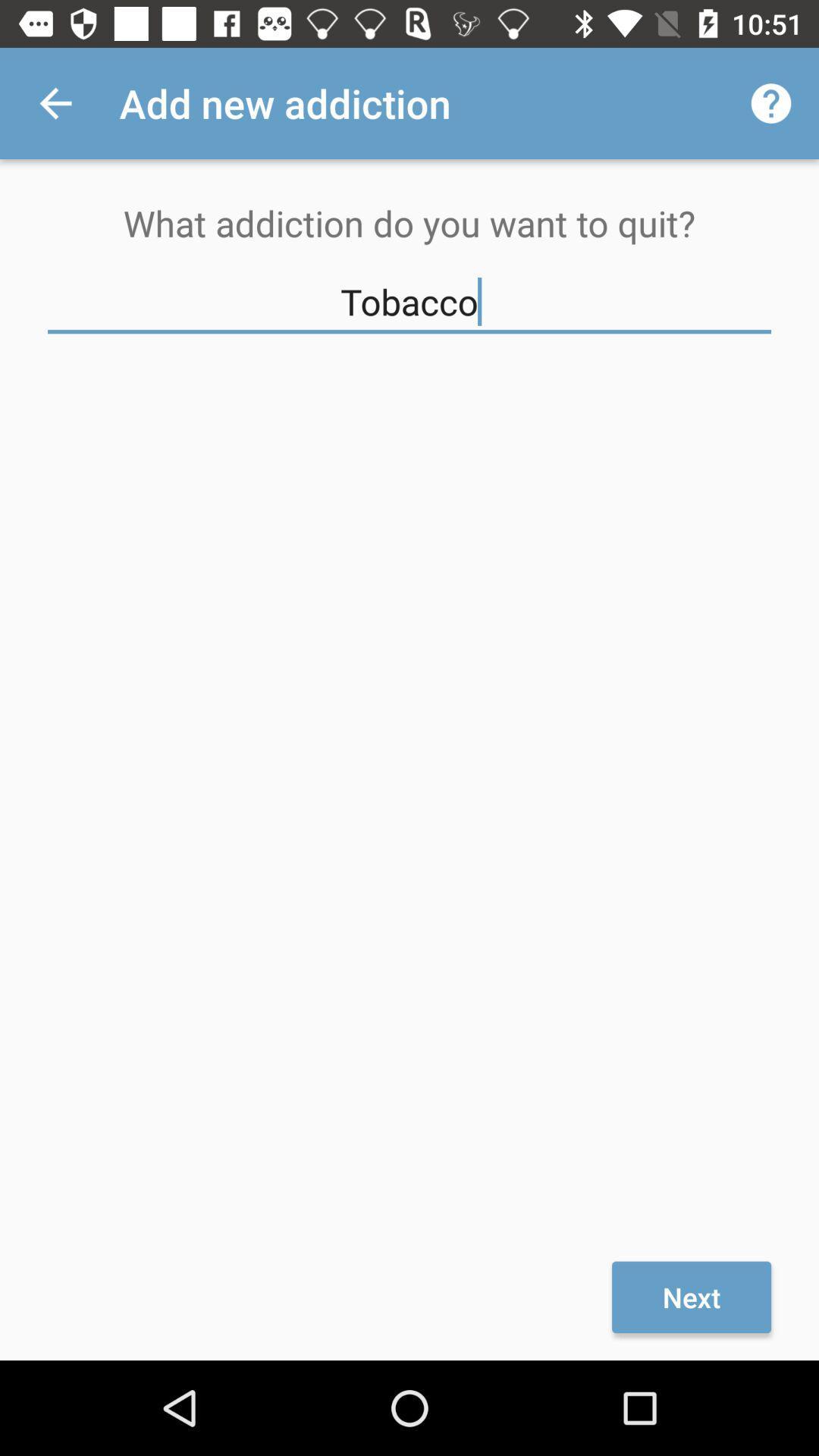  I want to click on icon to the right of the add new addiction app, so click(771, 102).